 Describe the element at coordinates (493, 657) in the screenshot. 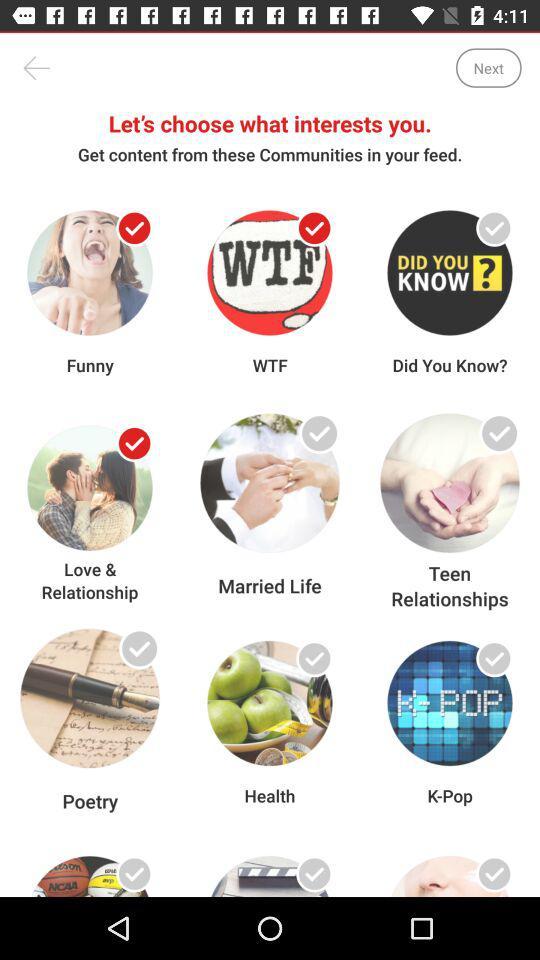

I see `choose category` at that location.